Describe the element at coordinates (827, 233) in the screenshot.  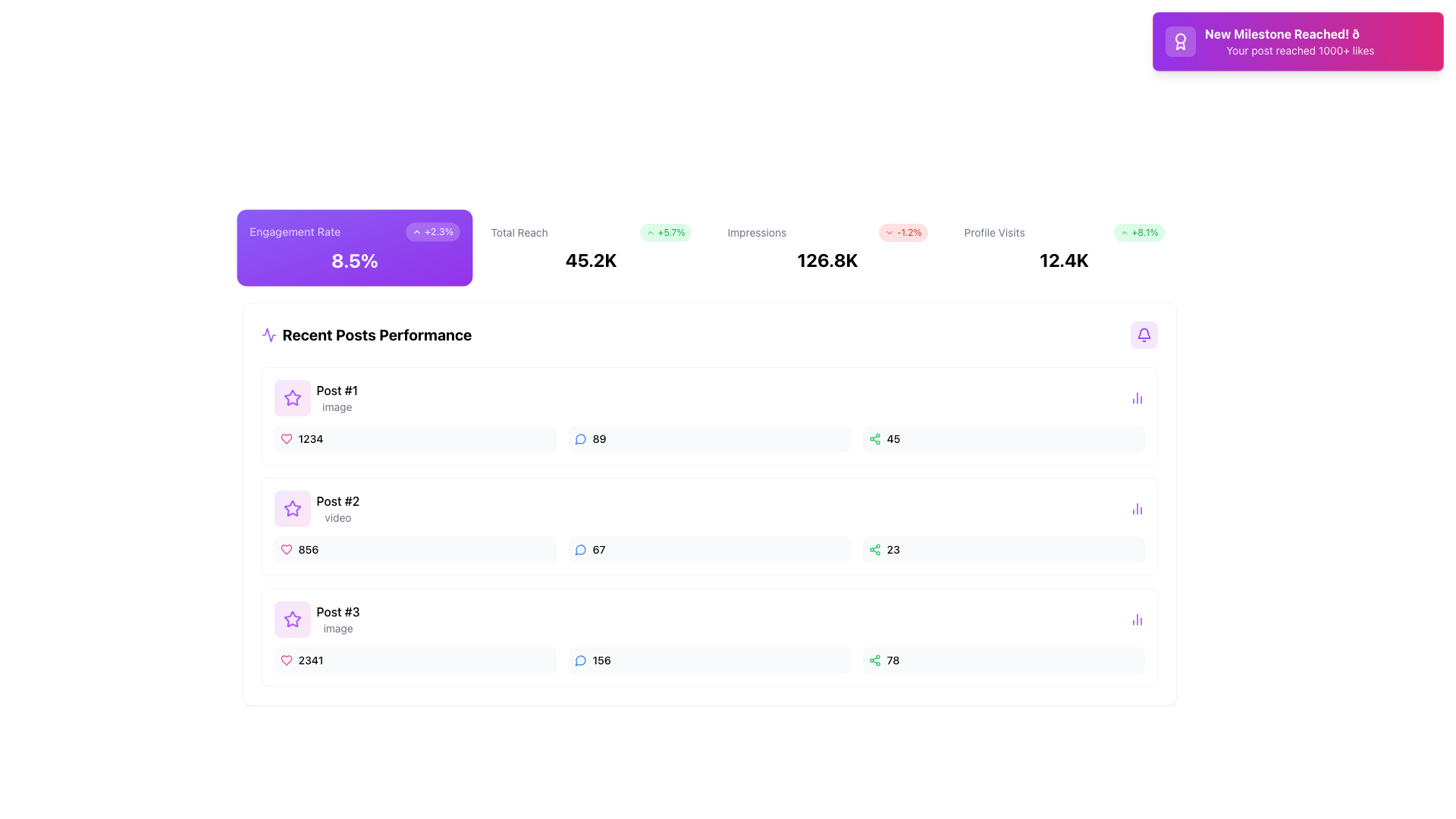
I see `the information represented by the Metric display element labeled 'Impressions' with a decrement value of '-1.2%' styled with a red background` at that location.